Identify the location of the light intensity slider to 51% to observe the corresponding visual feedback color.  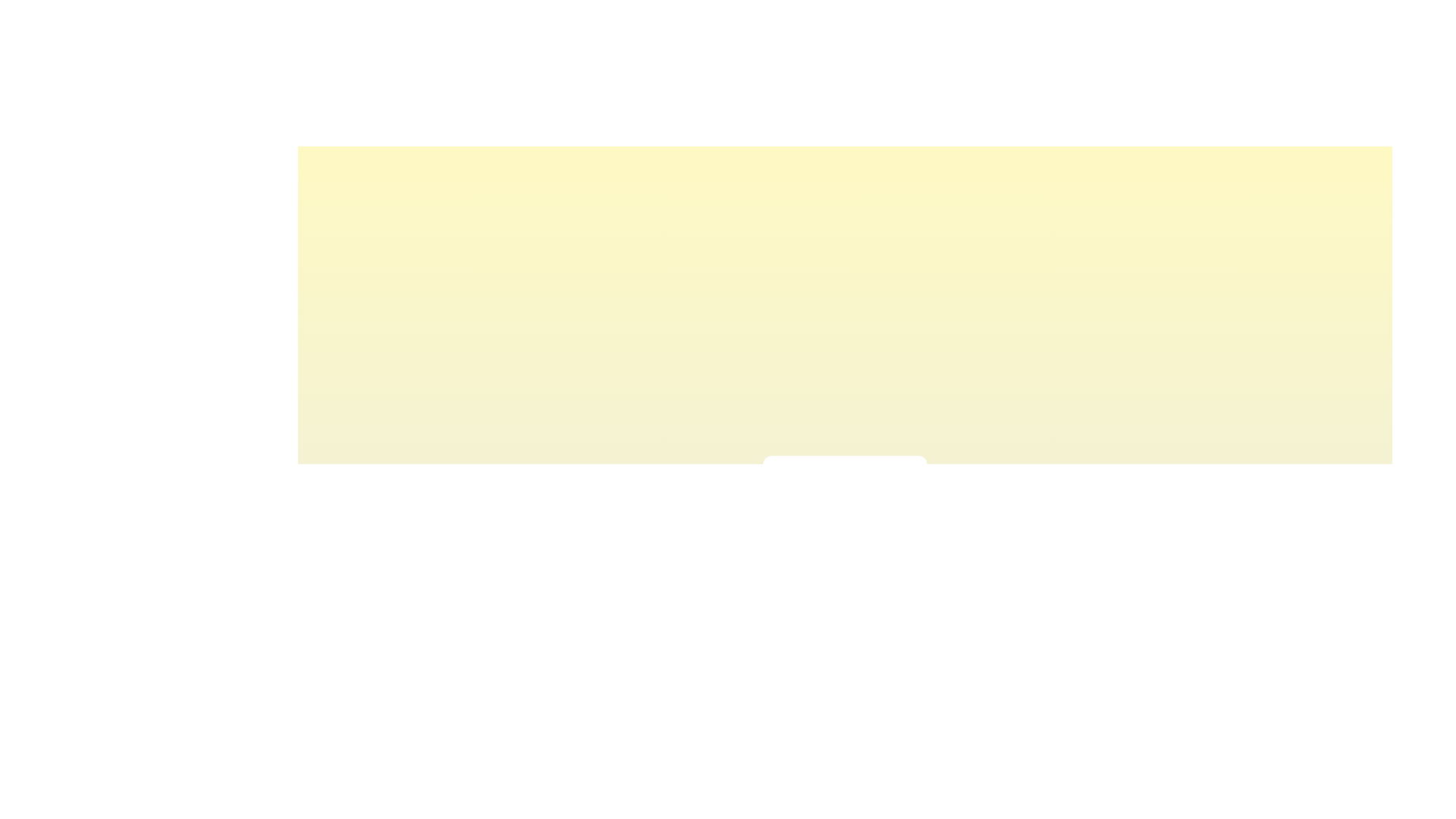
(846, 513).